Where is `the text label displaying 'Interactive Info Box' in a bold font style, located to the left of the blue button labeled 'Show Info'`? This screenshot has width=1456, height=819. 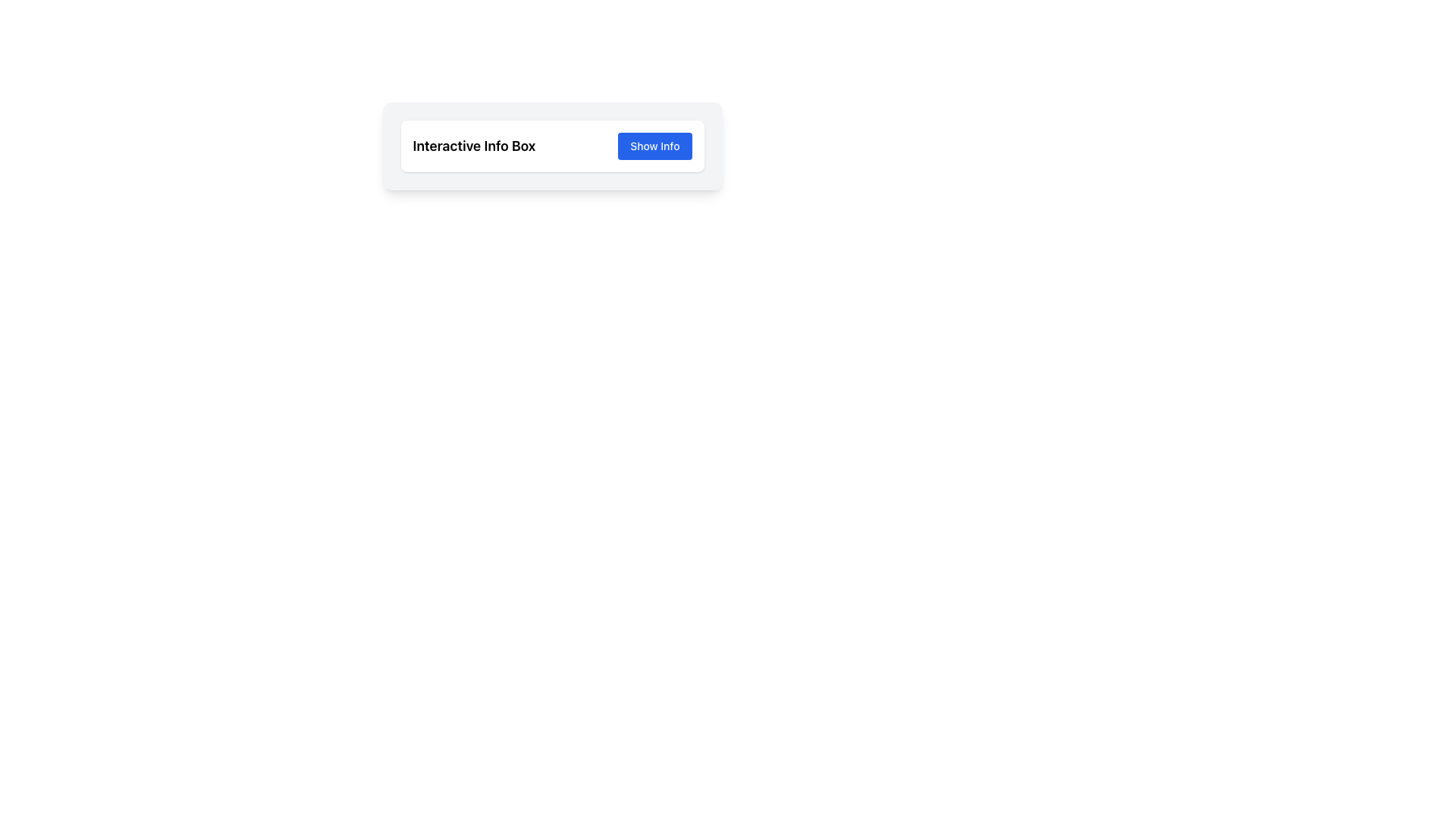 the text label displaying 'Interactive Info Box' in a bold font style, located to the left of the blue button labeled 'Show Info' is located at coordinates (473, 146).